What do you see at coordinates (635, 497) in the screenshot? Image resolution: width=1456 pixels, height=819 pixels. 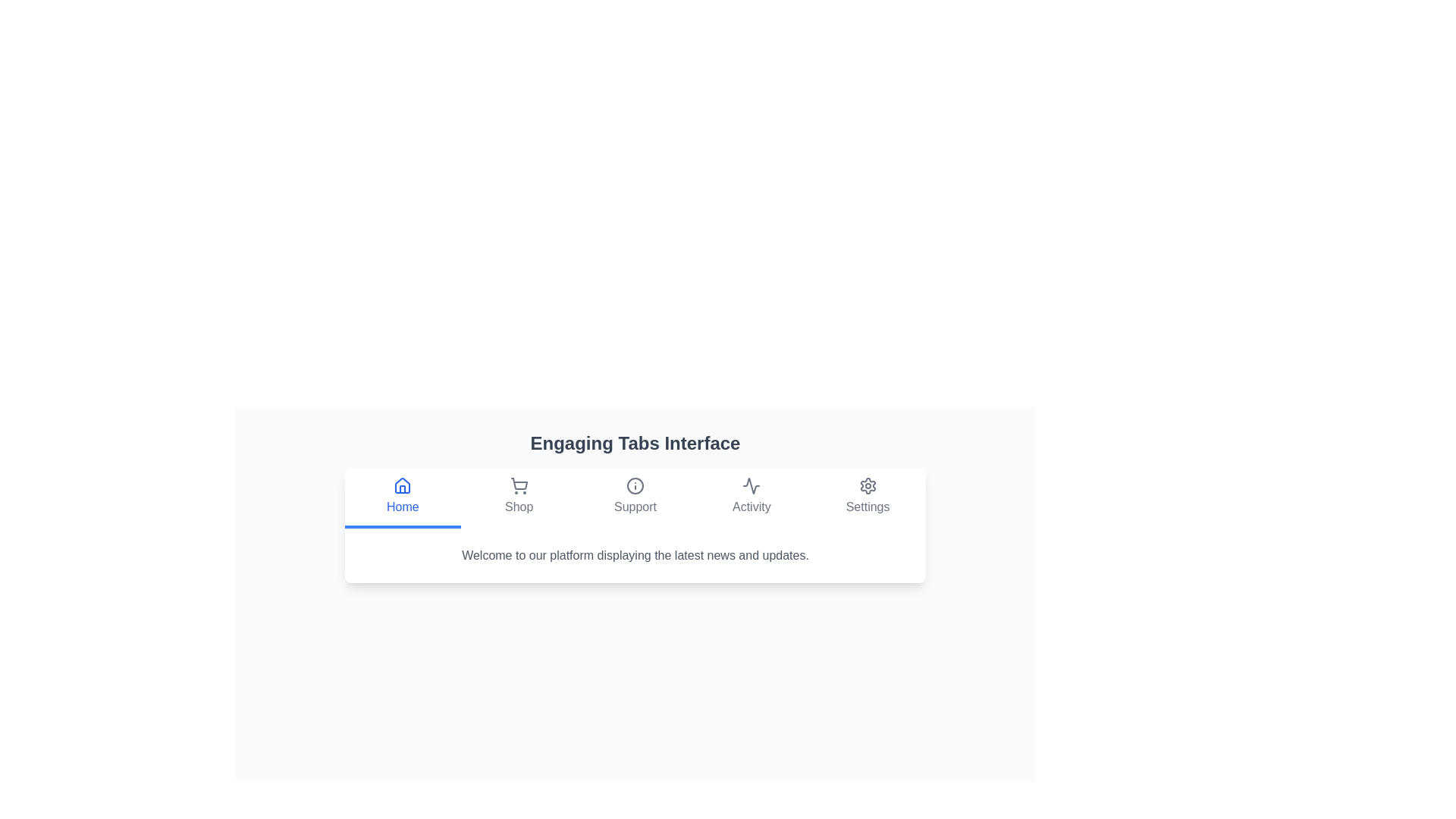 I see `the Navigation tab, located in the center of the top navigation bar` at bounding box center [635, 497].